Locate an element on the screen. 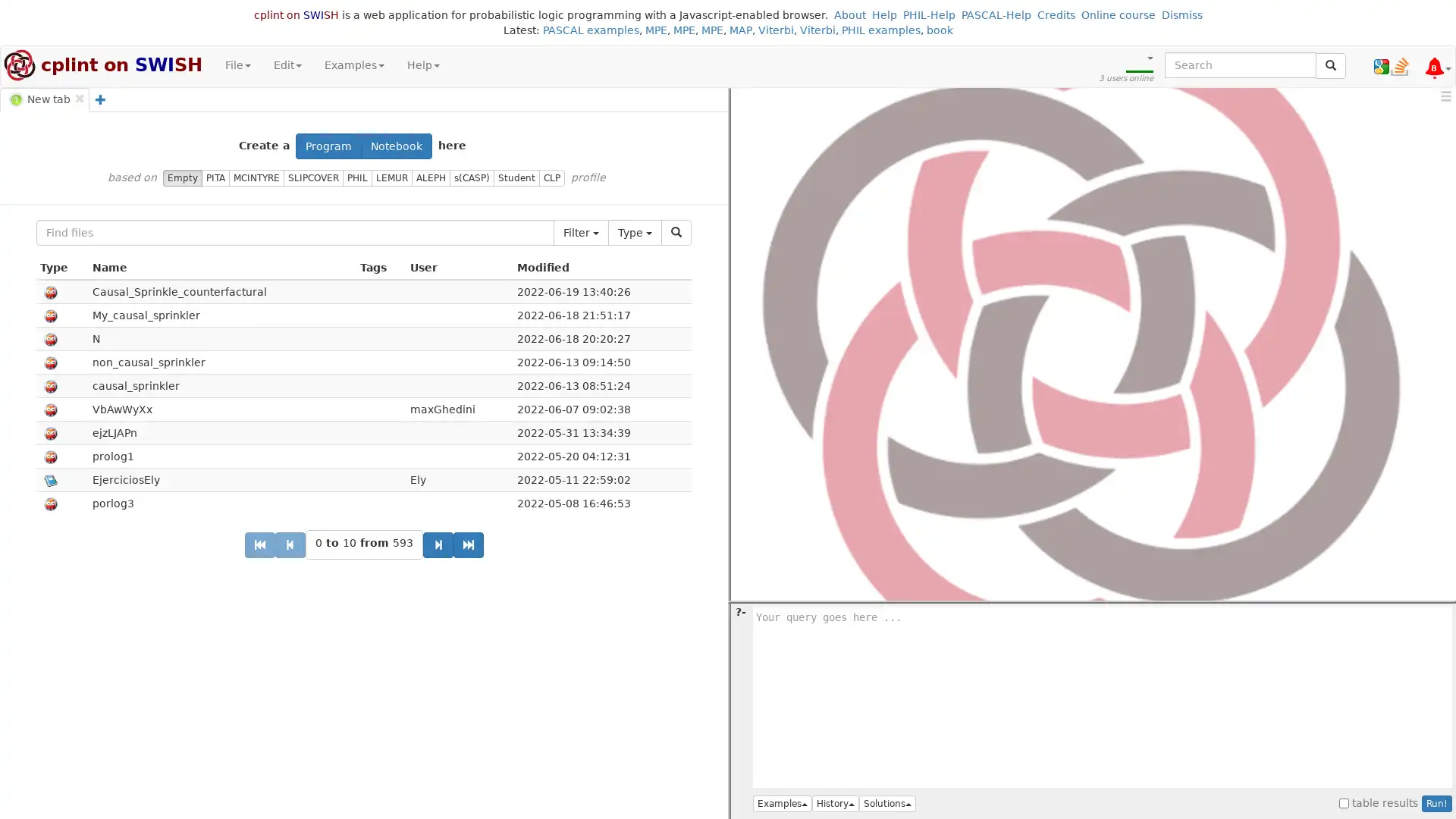  Examples is located at coordinates (783, 803).